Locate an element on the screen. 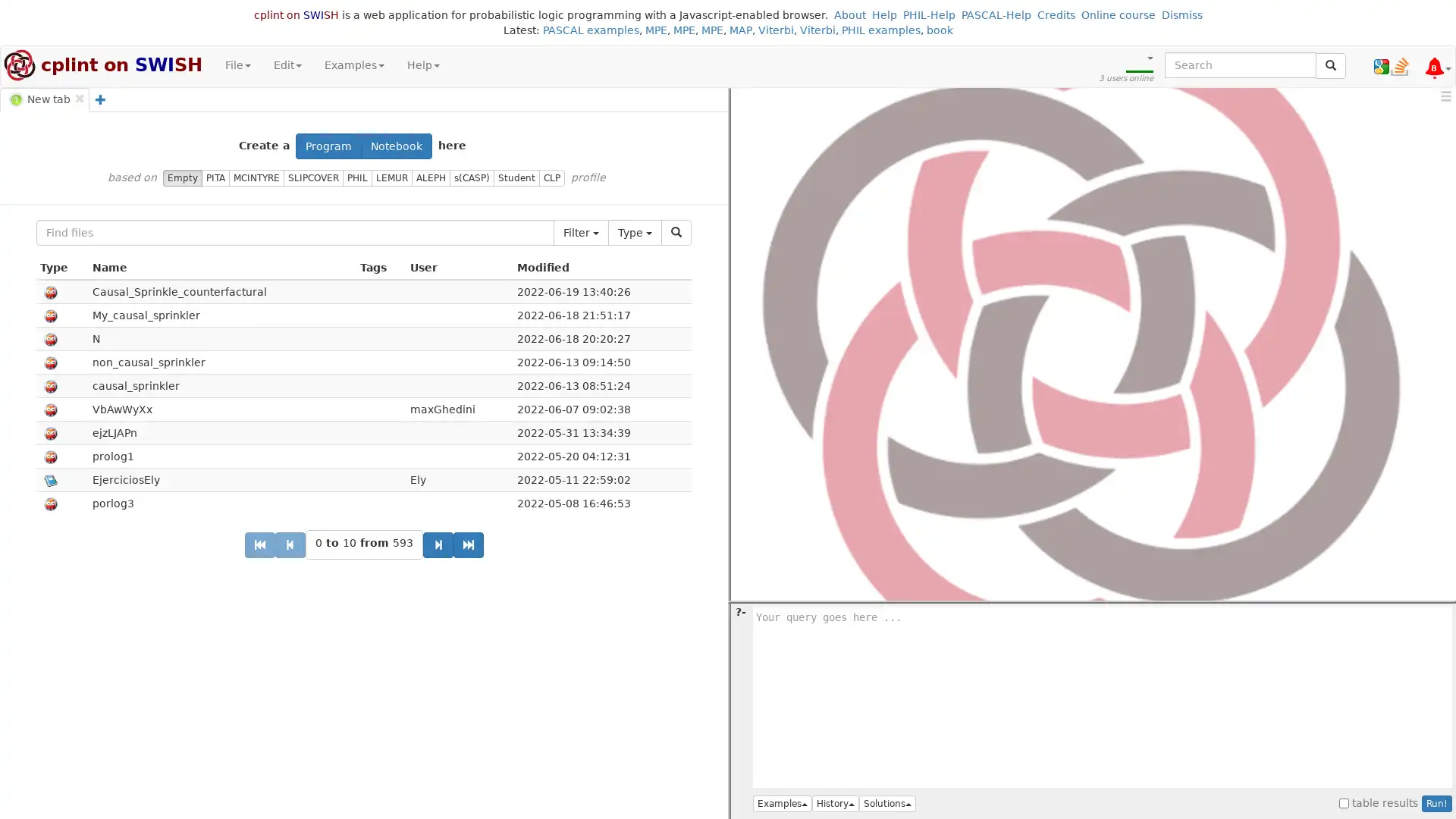  Examples is located at coordinates (783, 803).